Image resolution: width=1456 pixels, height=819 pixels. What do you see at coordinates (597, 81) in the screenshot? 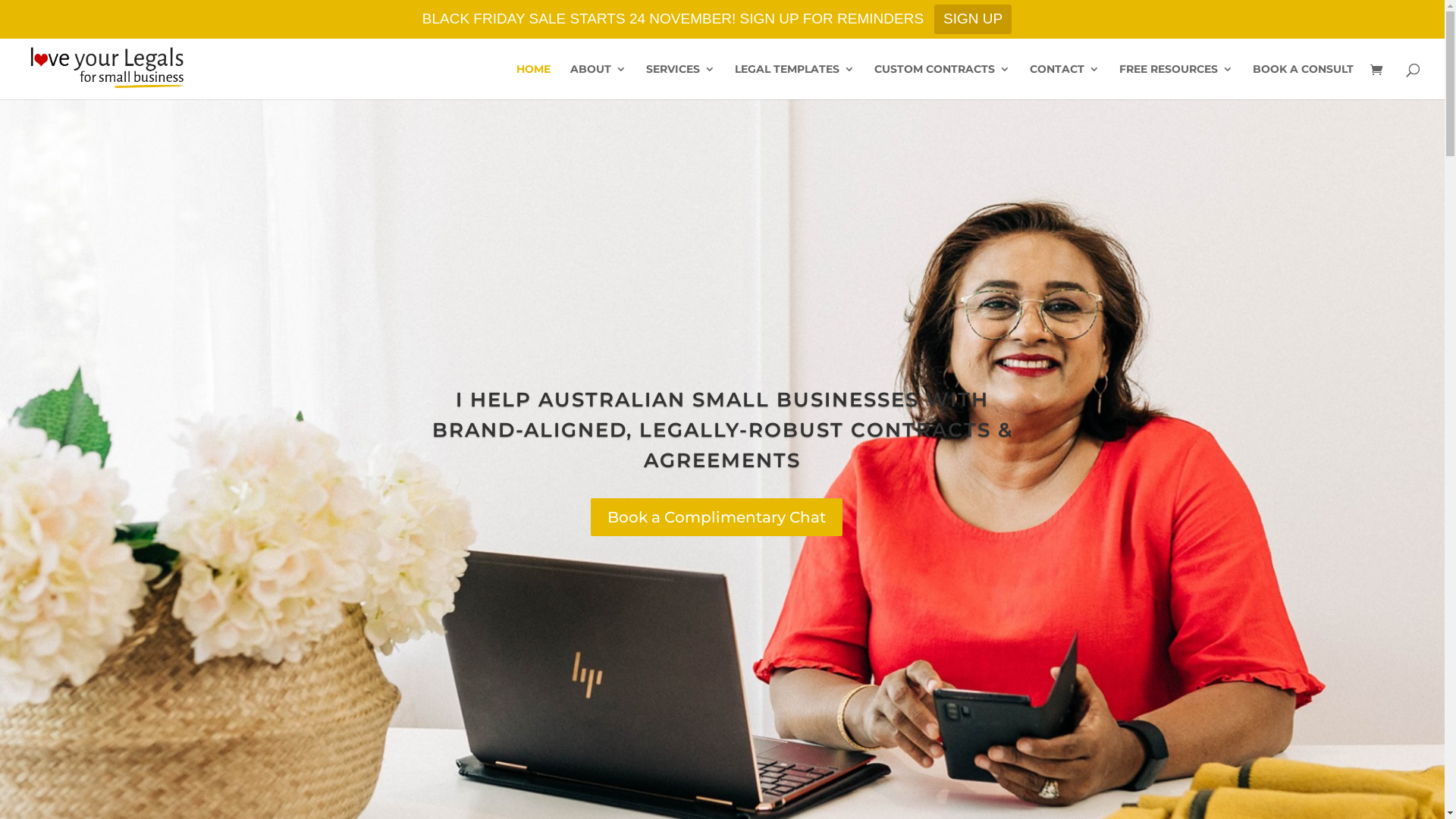
I see `'ABOUT'` at bounding box center [597, 81].